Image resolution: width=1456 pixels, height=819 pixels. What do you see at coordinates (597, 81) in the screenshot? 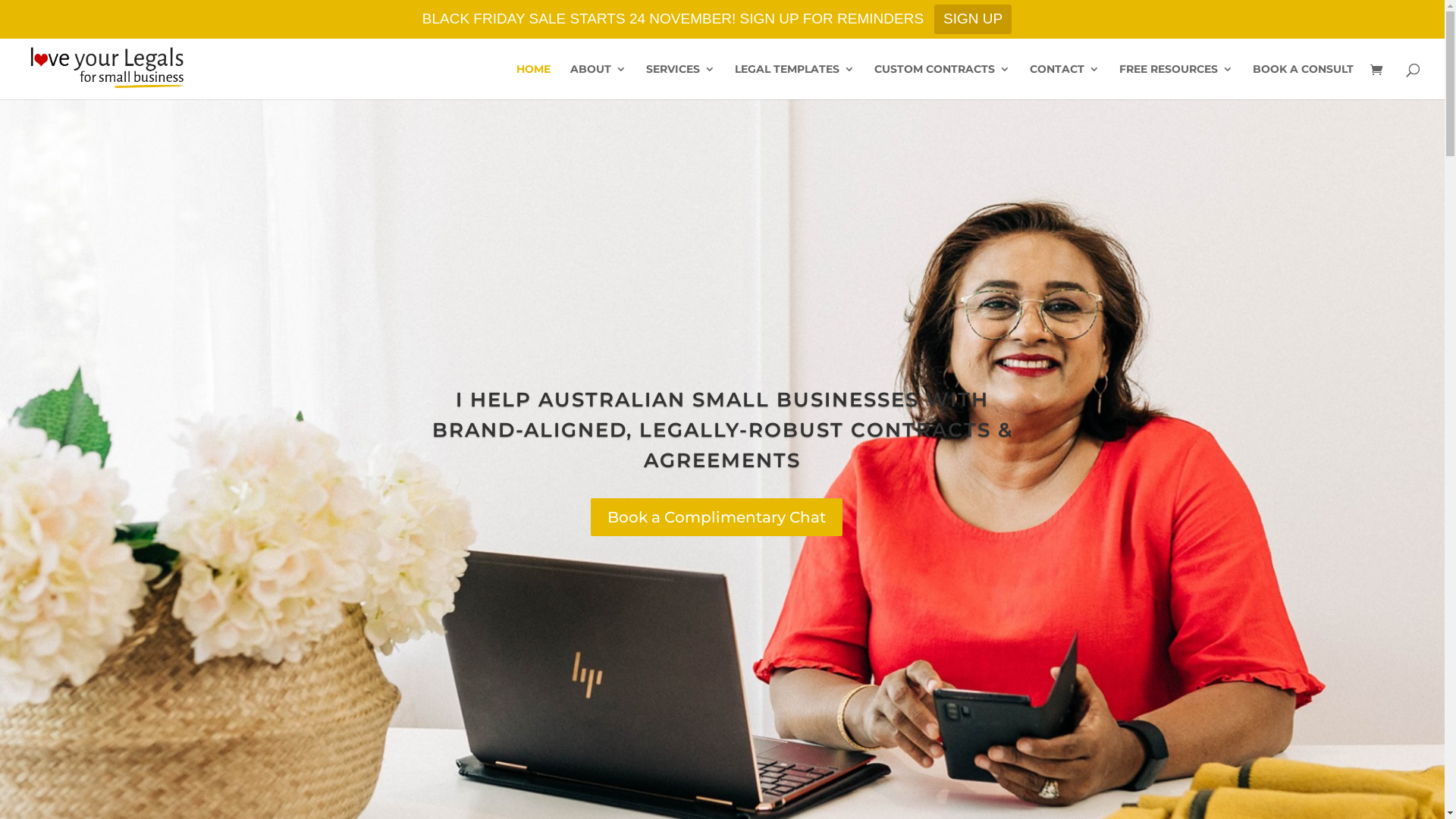
I see `'ABOUT'` at bounding box center [597, 81].